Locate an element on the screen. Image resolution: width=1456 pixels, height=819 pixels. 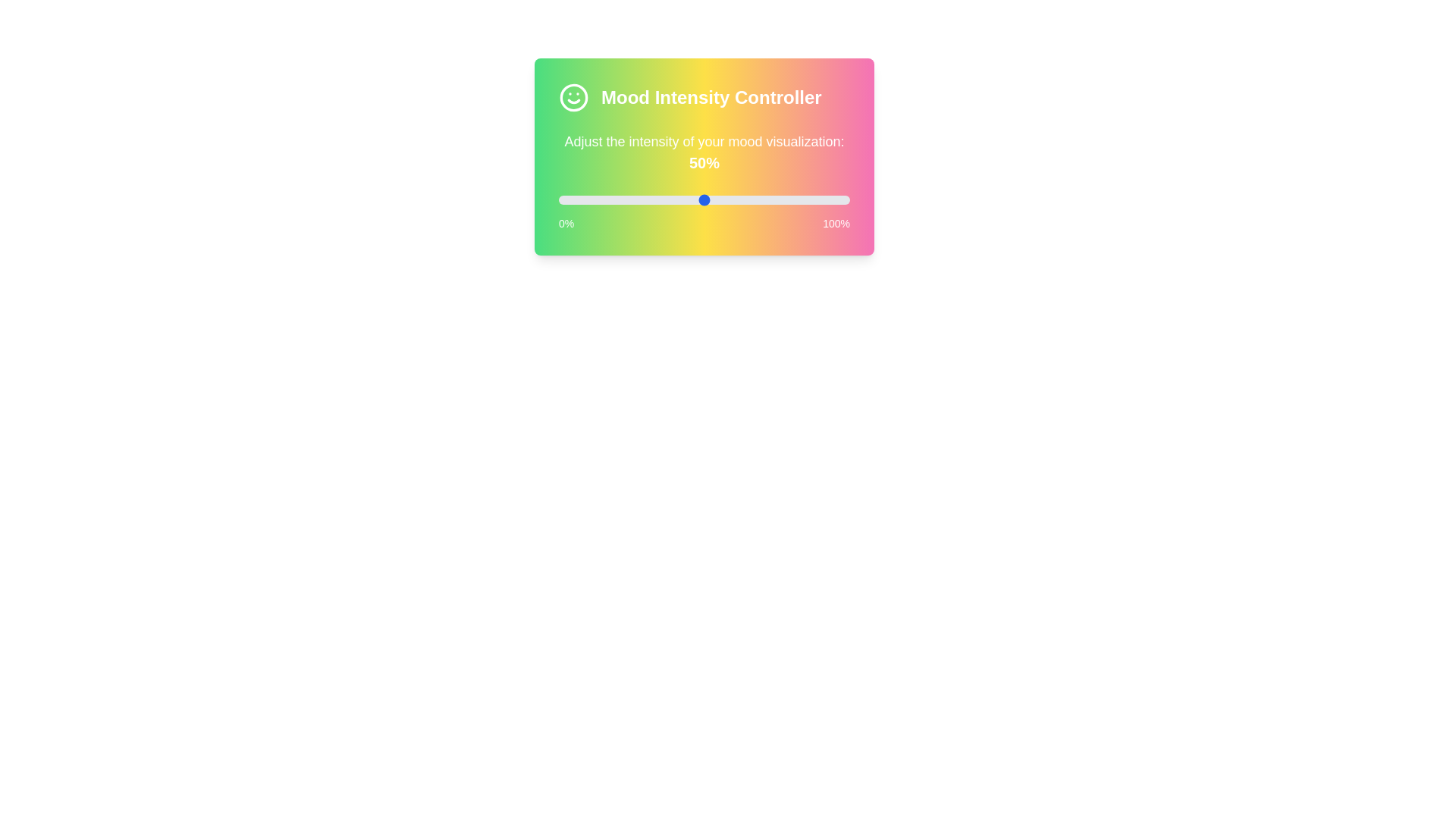
the slider to 85% is located at coordinates (805, 199).